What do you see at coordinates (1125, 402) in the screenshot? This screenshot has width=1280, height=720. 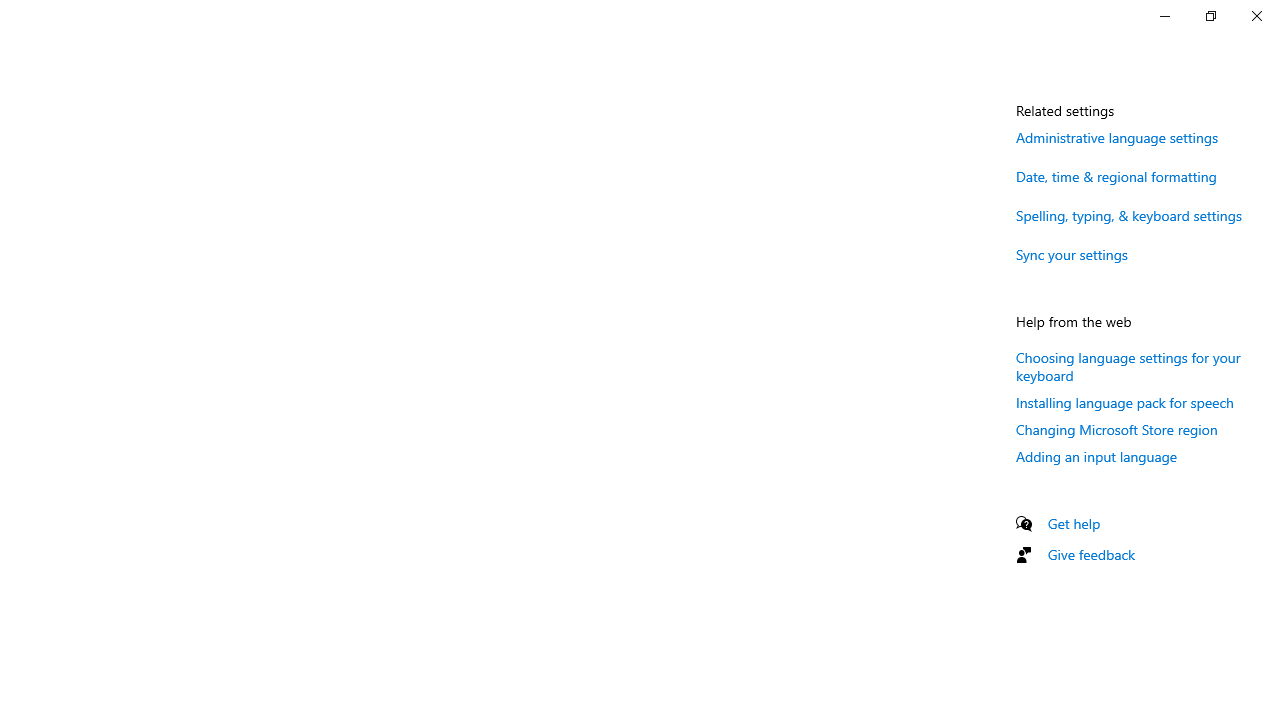 I see `'Installing language pack for speech'` at bounding box center [1125, 402].